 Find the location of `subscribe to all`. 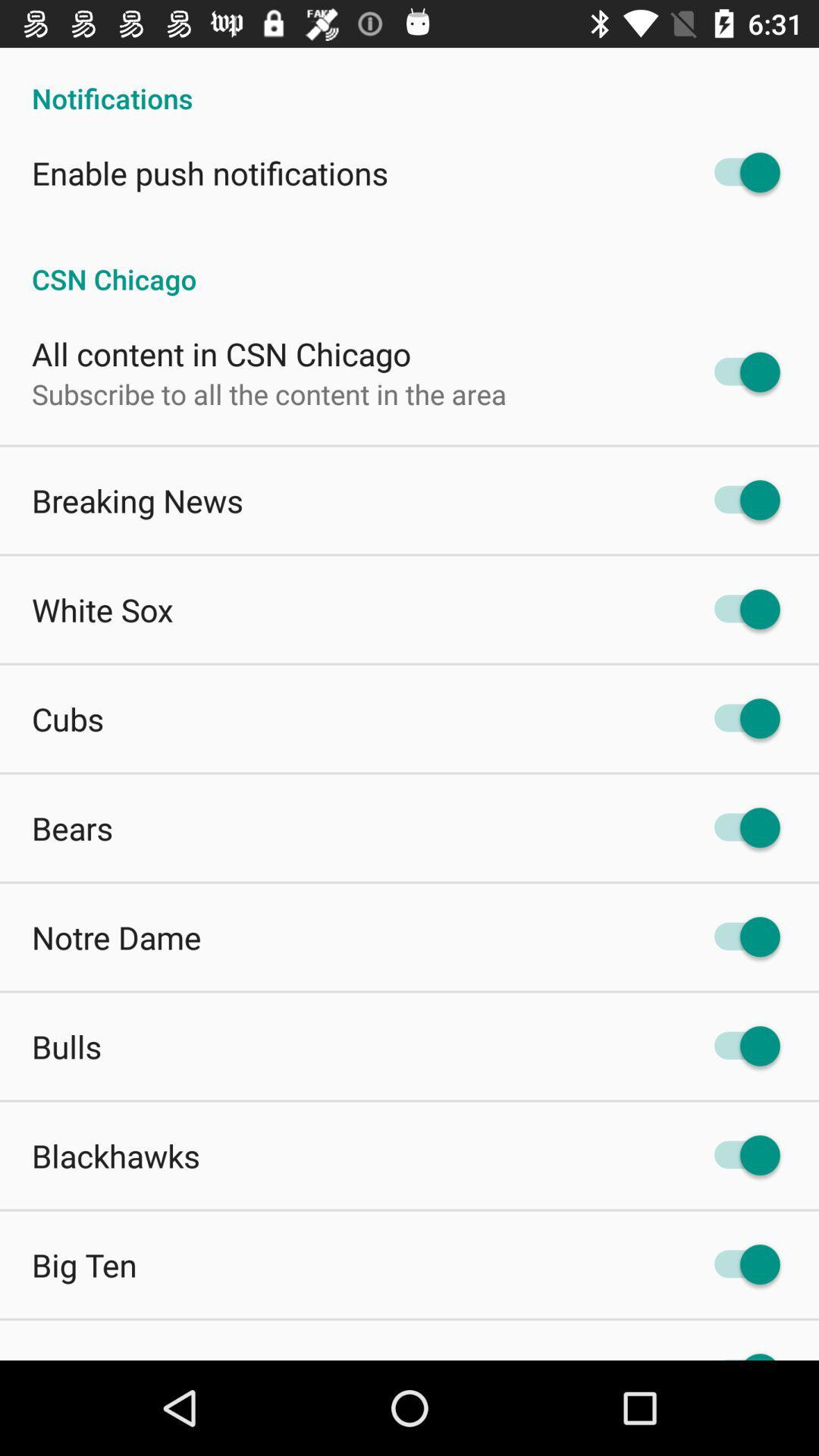

subscribe to all is located at coordinates (268, 394).